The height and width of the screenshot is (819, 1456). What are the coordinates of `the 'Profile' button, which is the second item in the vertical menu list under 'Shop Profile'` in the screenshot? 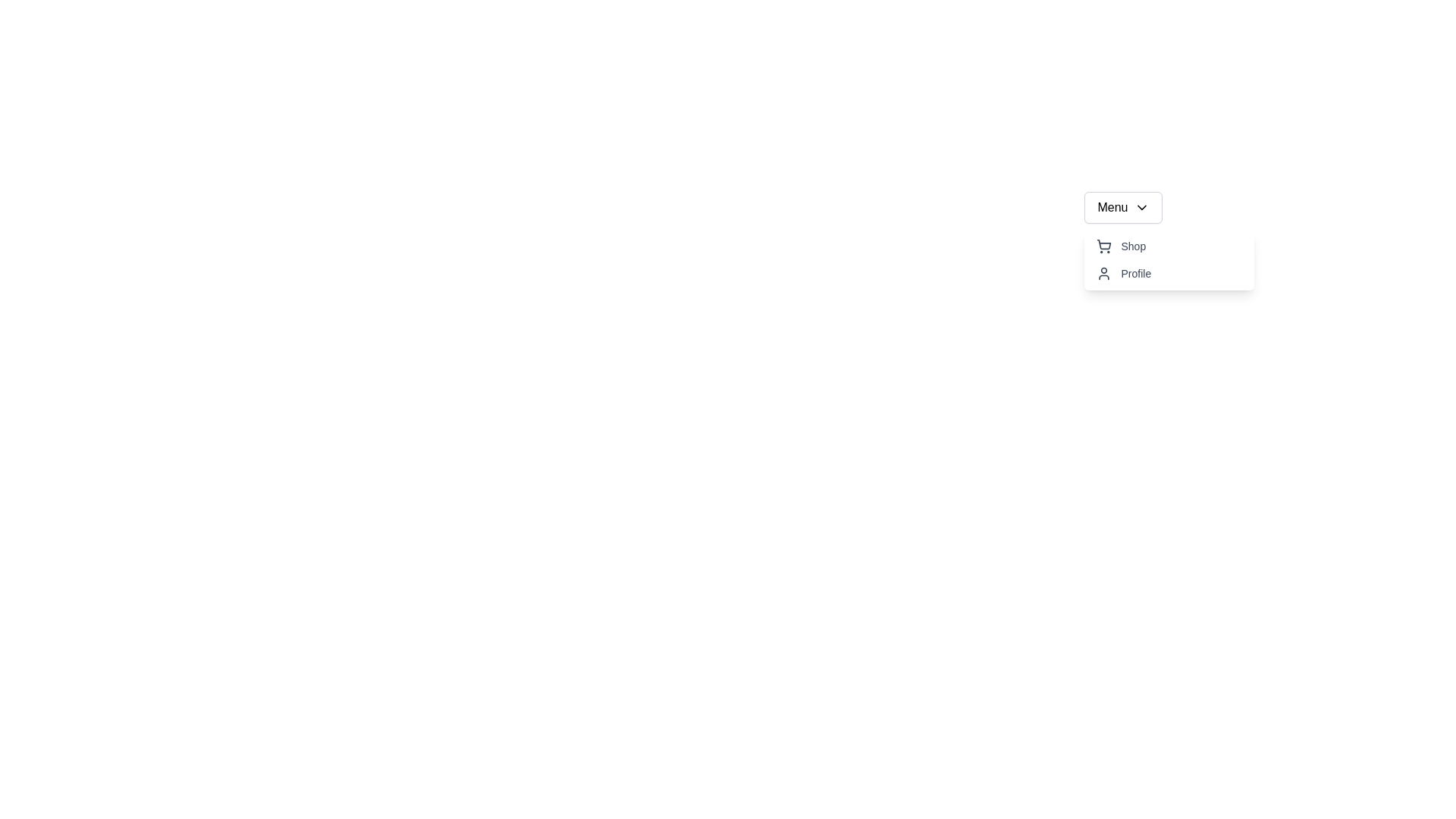 It's located at (1169, 274).